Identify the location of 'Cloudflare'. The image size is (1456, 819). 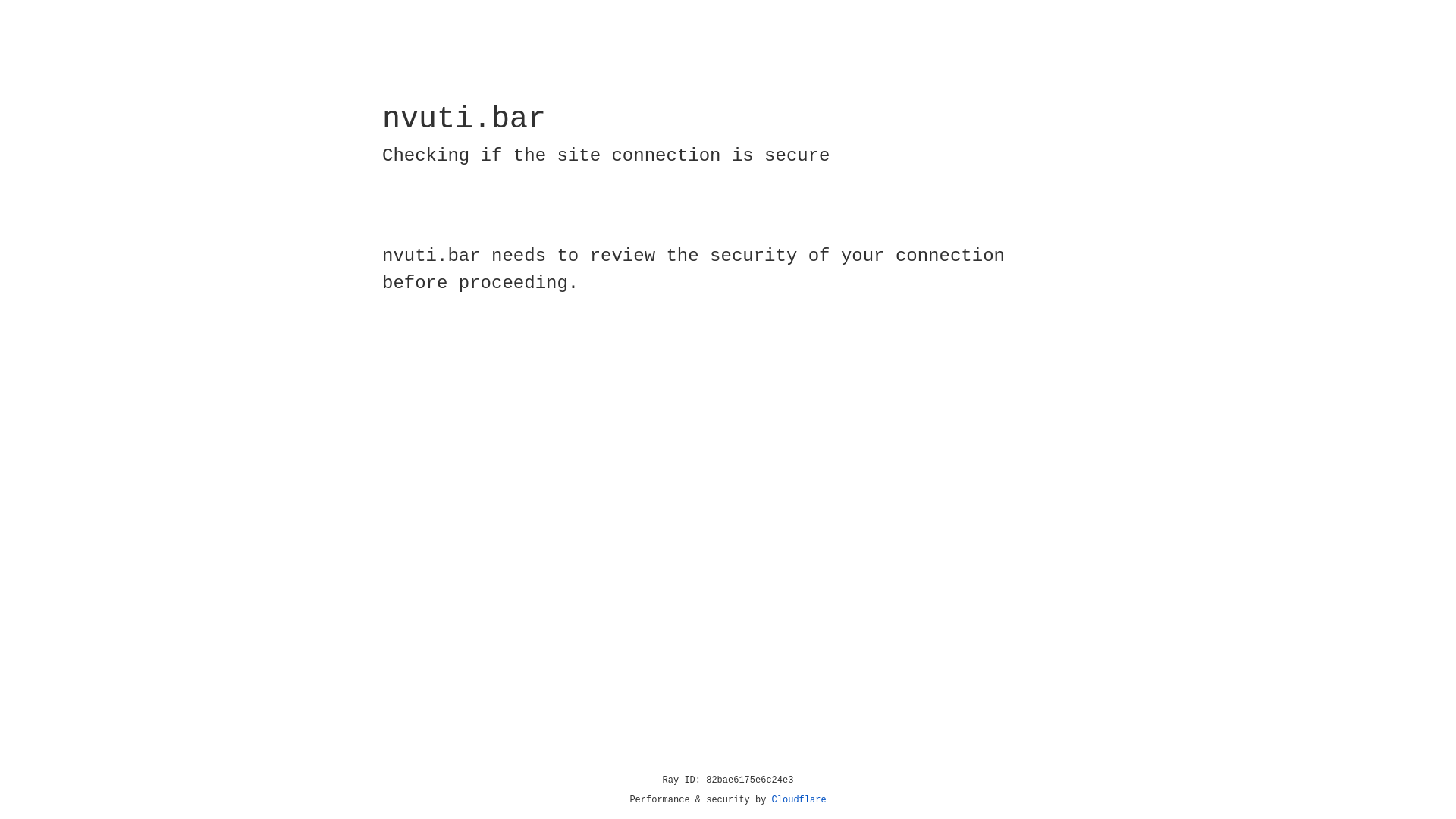
(799, 799).